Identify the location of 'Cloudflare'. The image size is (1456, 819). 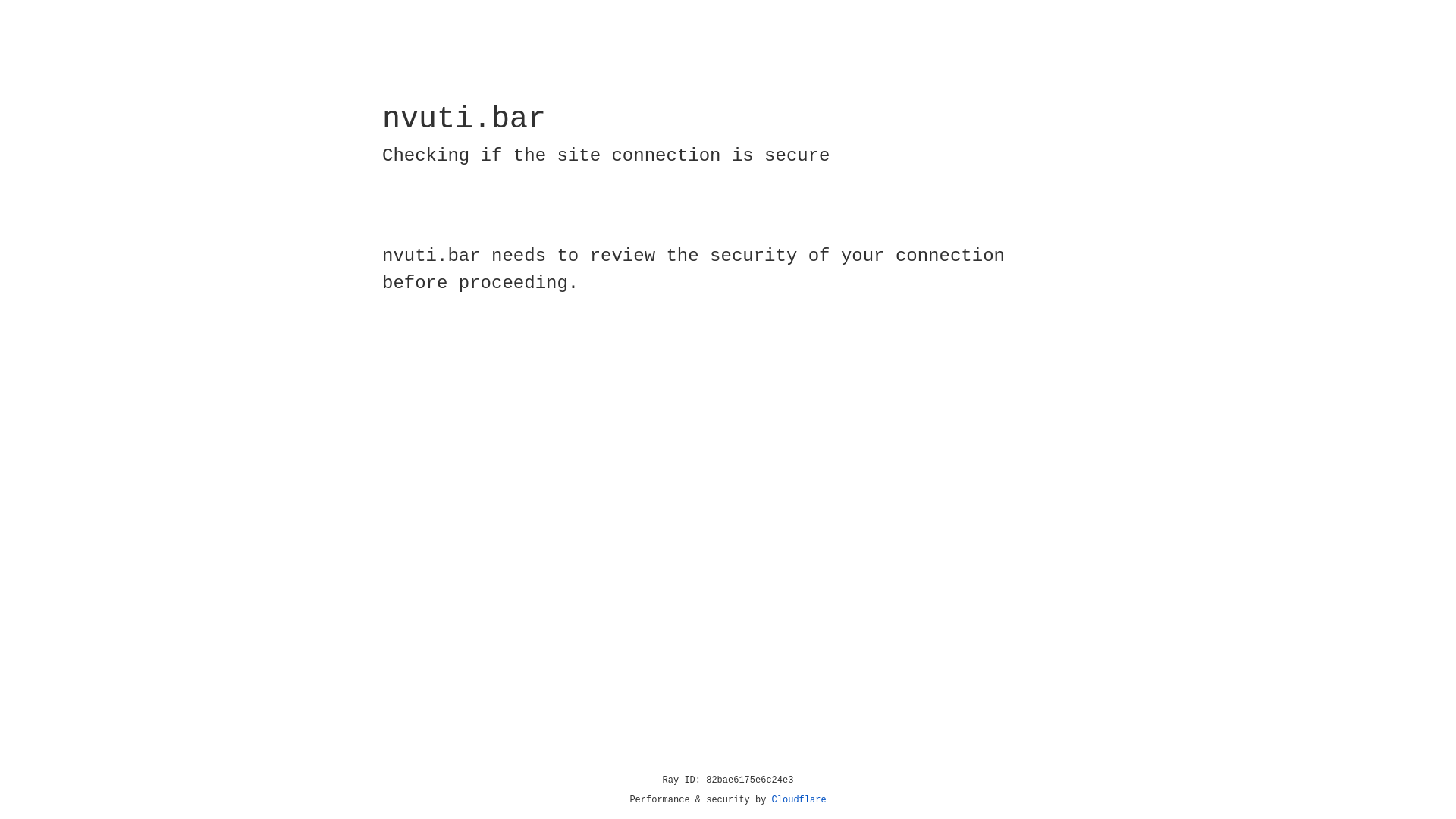
(799, 799).